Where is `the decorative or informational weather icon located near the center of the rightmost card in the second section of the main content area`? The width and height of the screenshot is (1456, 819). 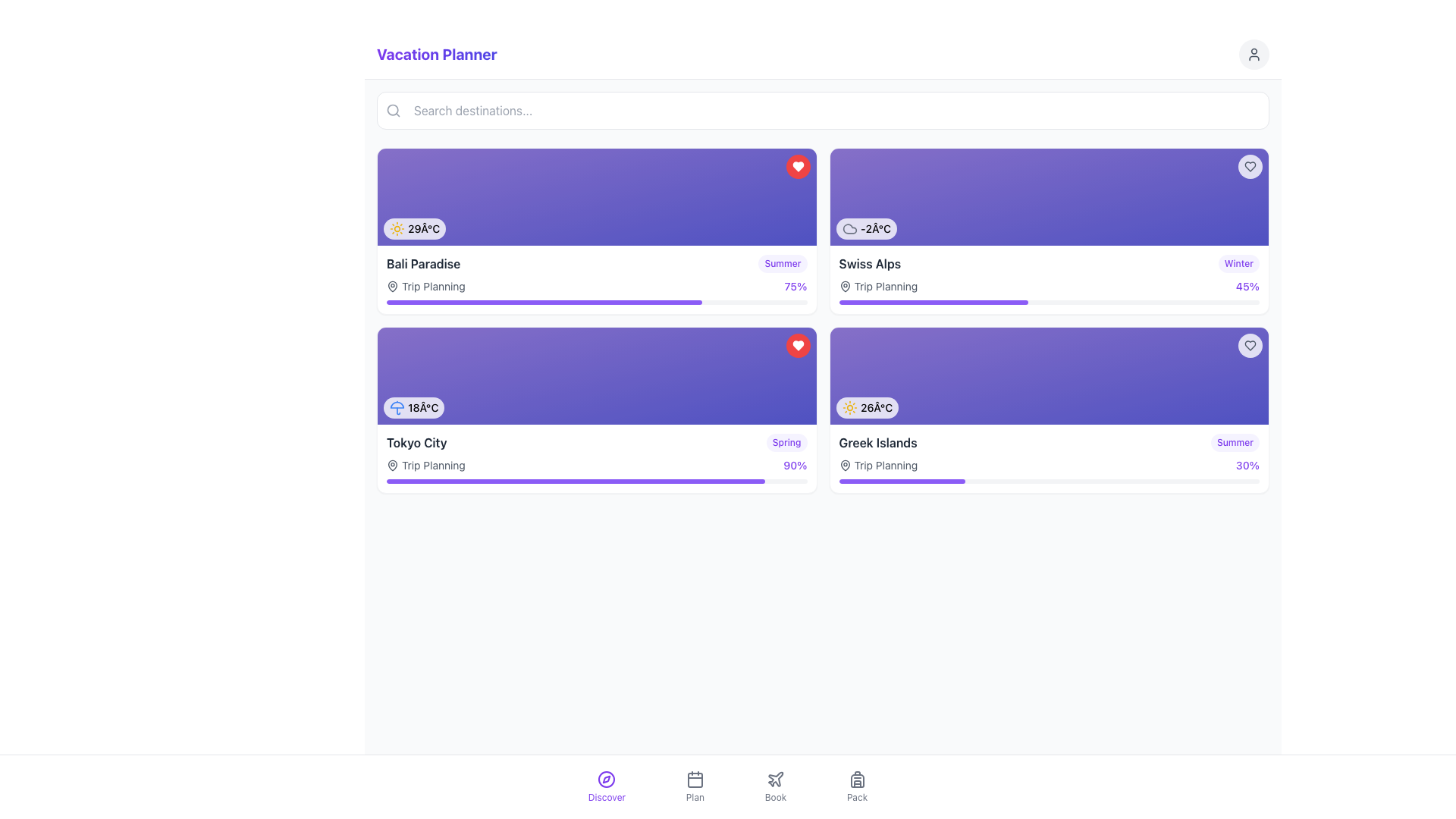 the decorative or informational weather icon located near the center of the rightmost card in the second section of the main content area is located at coordinates (849, 228).